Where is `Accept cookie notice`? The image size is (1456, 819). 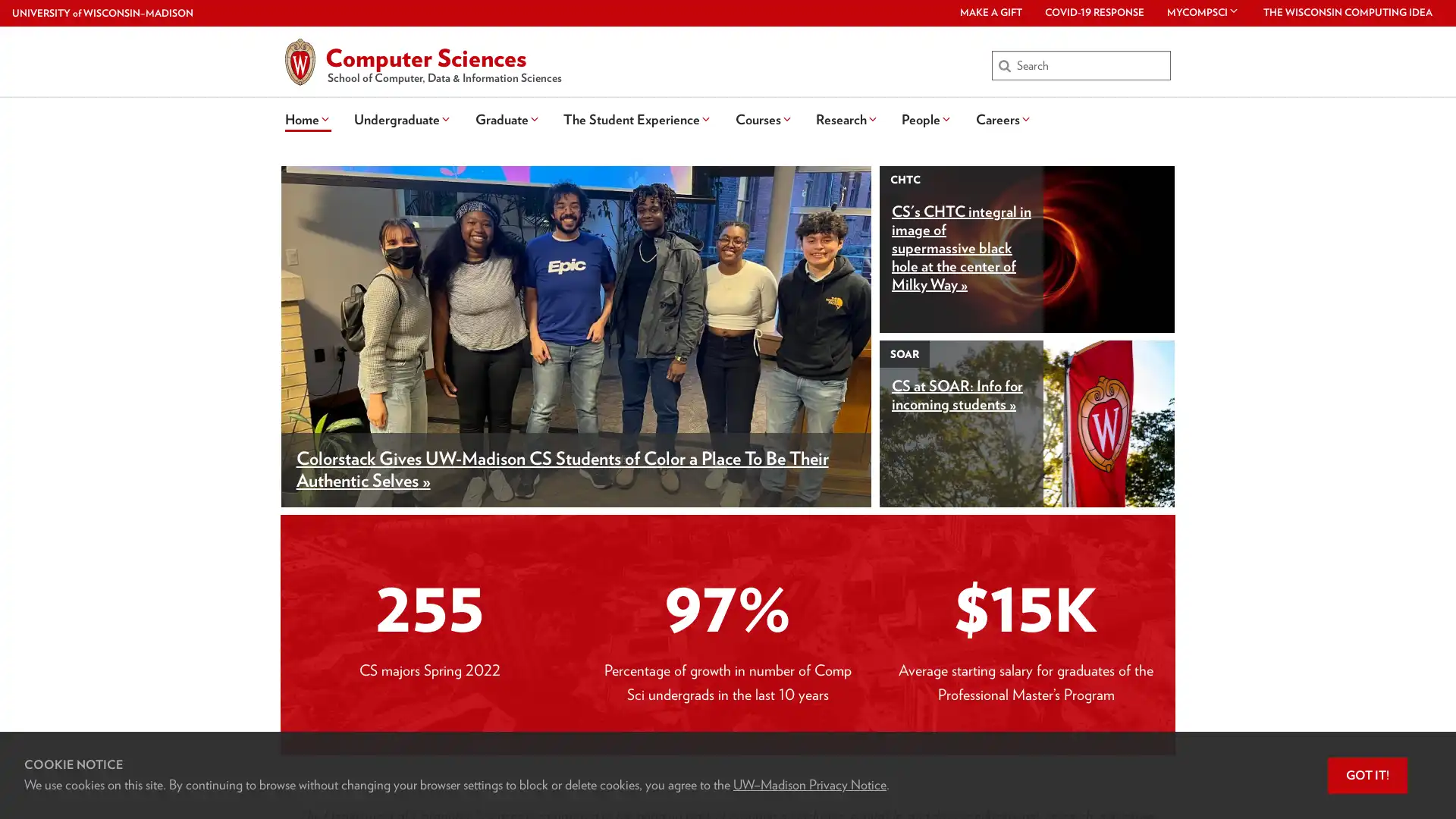 Accept cookie notice is located at coordinates (1367, 775).